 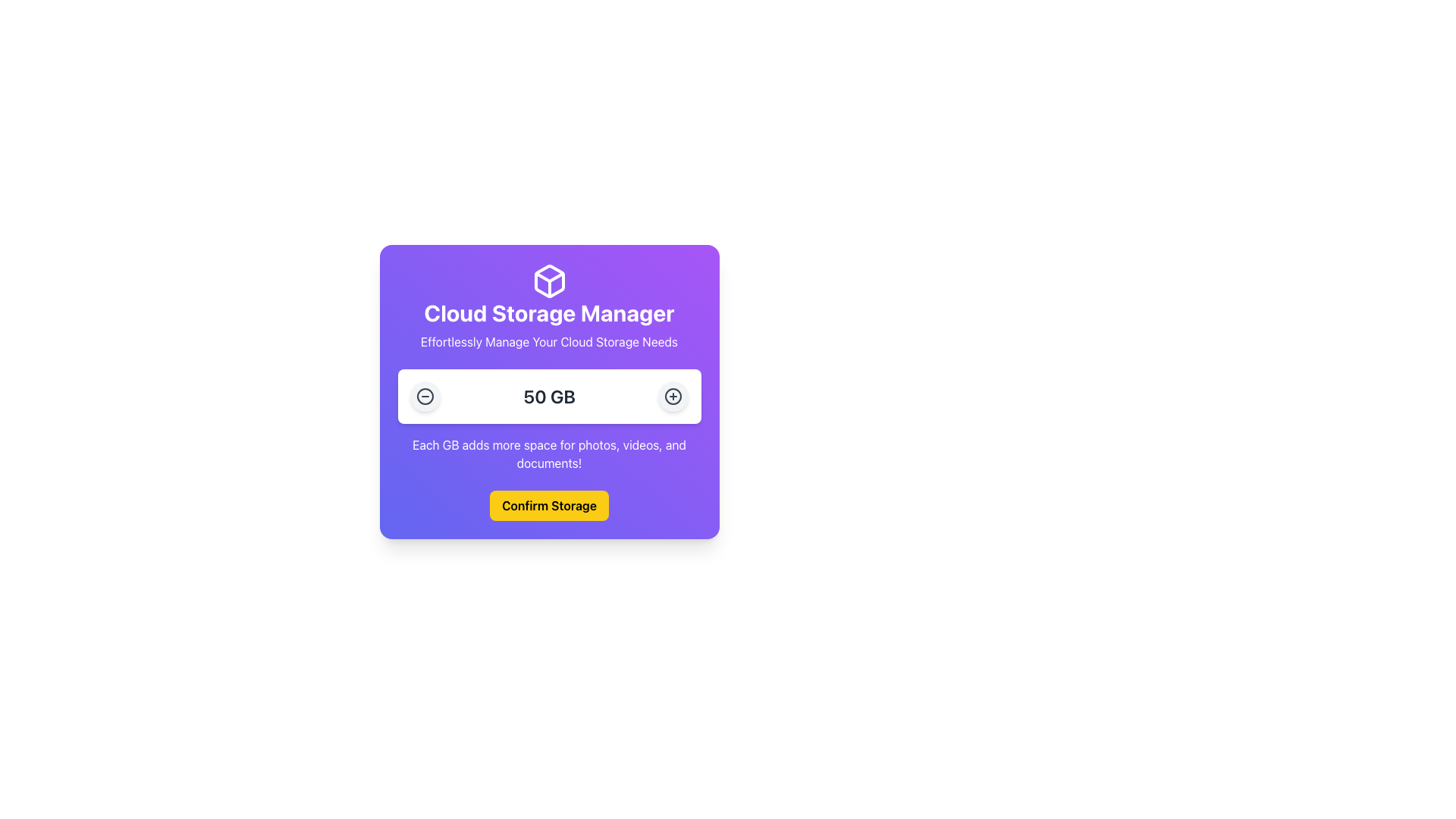 What do you see at coordinates (673, 396) in the screenshot?
I see `the Icon button that increments the storage capacity related to the '50 GB' value displayed next to it, located towards the bottom right of the input area` at bounding box center [673, 396].